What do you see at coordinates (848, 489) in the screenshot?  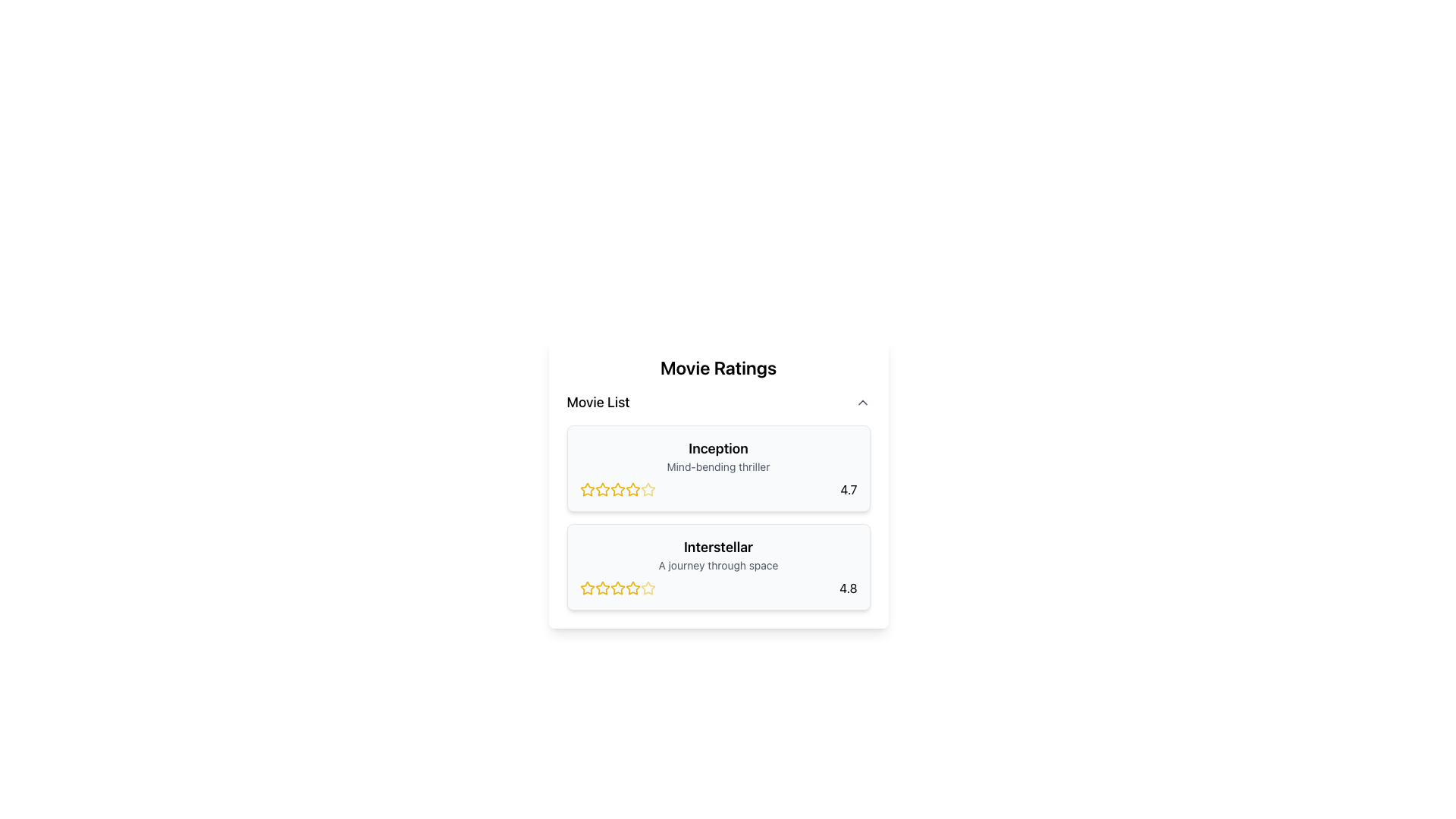 I see `text '4.7' displayed in bold black font located at the far right side of the top card under 'Movie Ratings', aligned with the yellow star rating icons` at bounding box center [848, 489].